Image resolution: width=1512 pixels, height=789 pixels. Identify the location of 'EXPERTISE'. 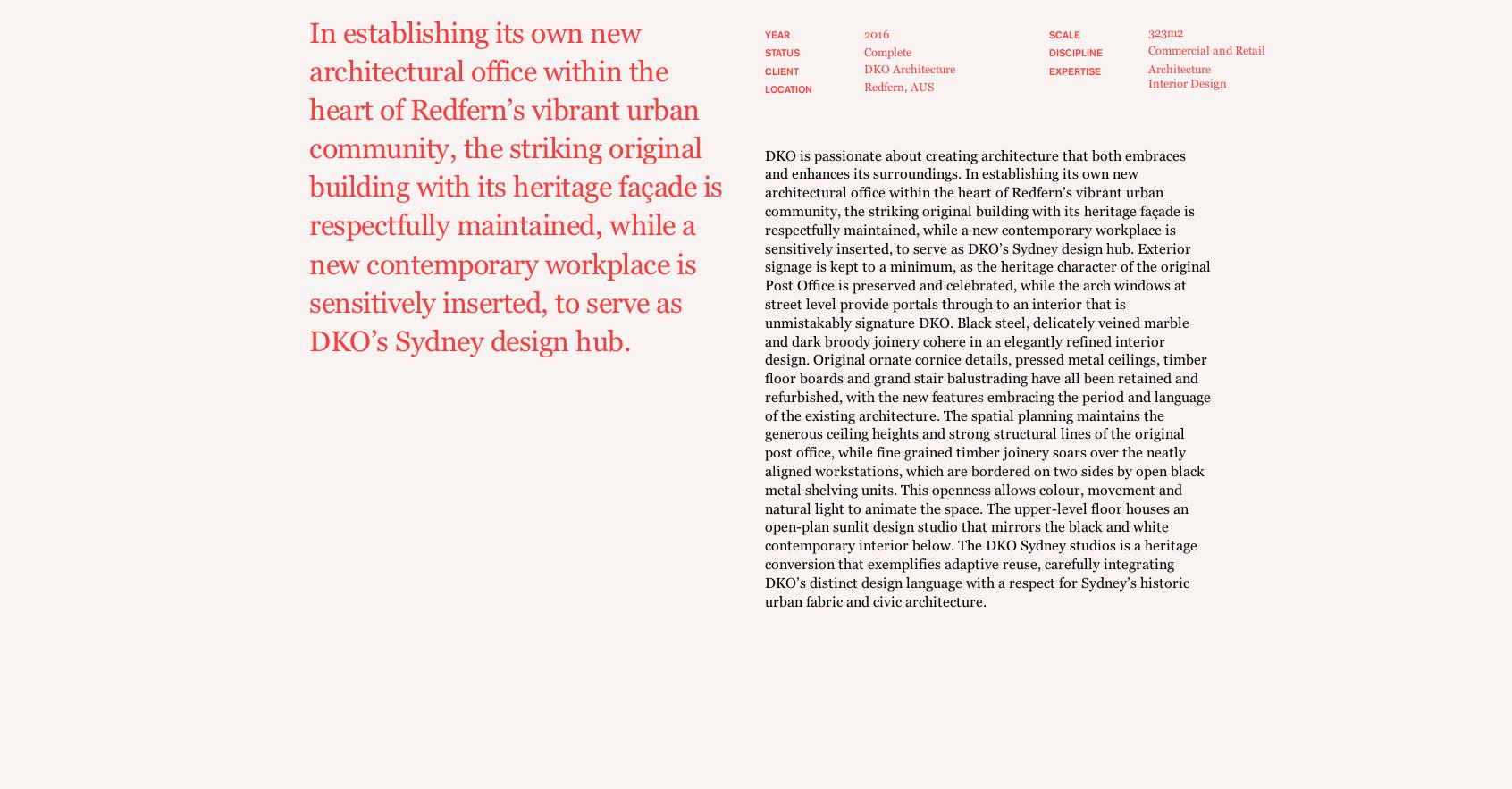
(1047, 71).